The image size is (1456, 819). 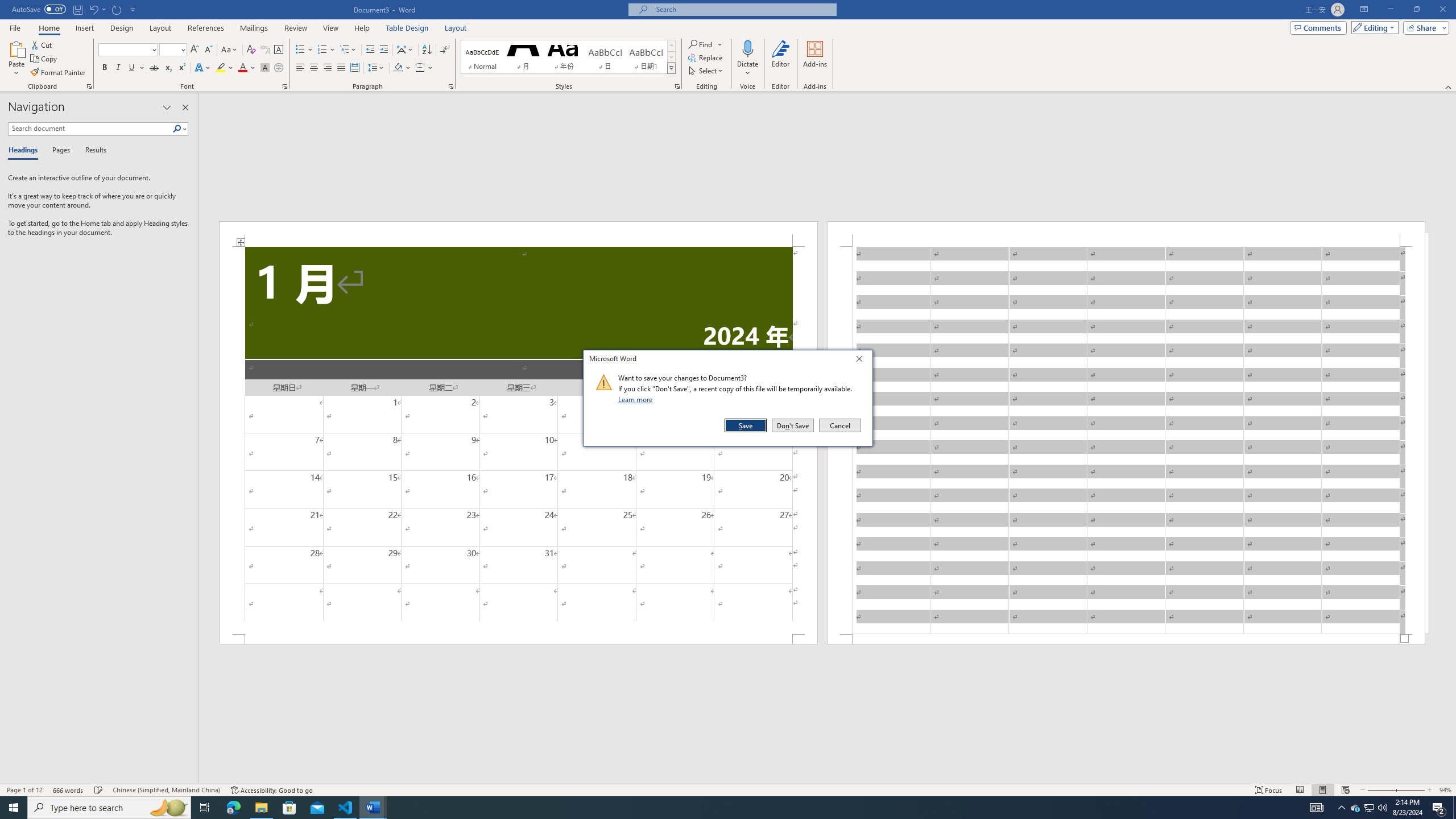 I want to click on 'Don', so click(x=792, y=425).